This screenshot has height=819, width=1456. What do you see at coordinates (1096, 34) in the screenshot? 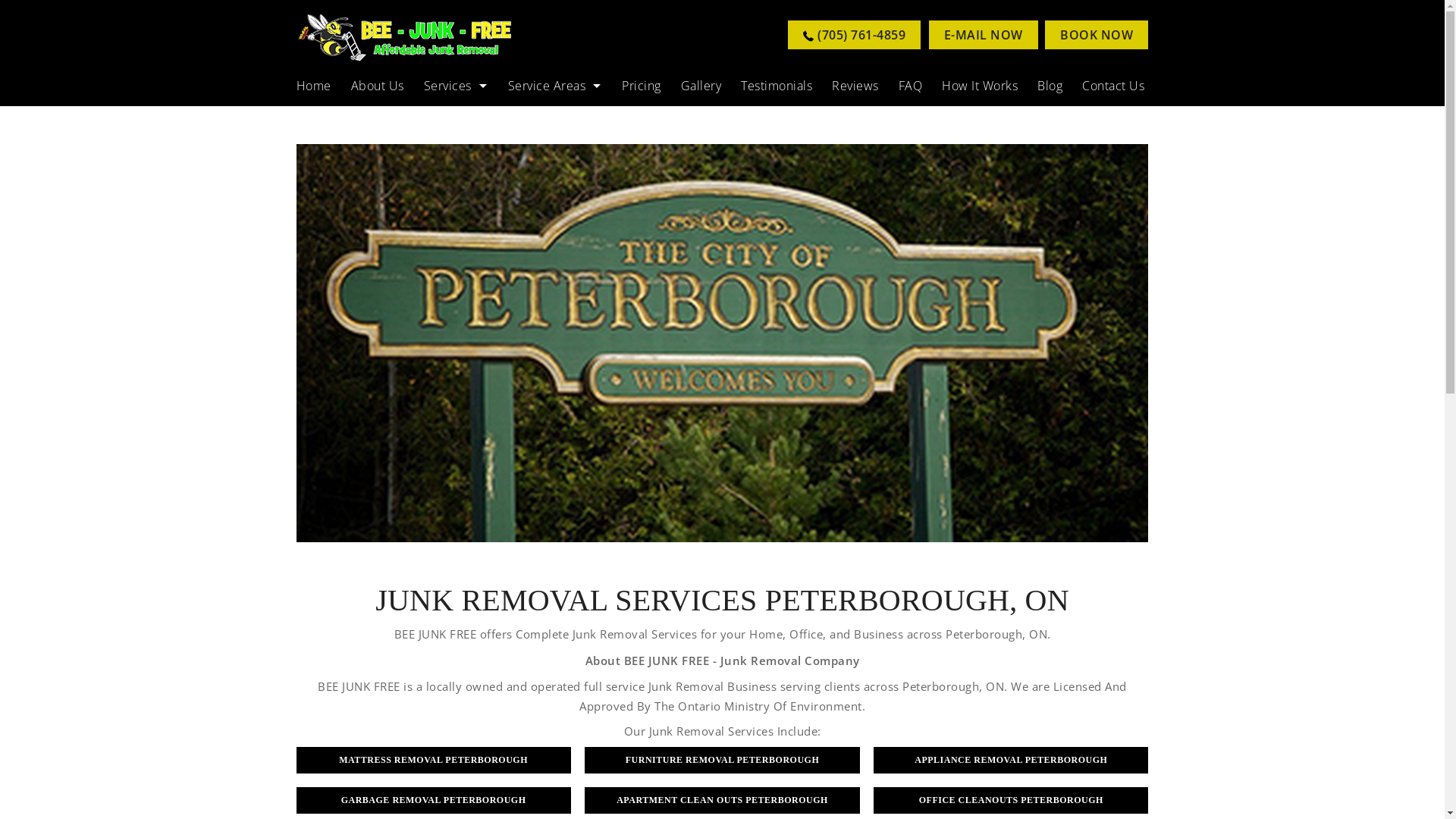
I see `'BOOK NOW'` at bounding box center [1096, 34].